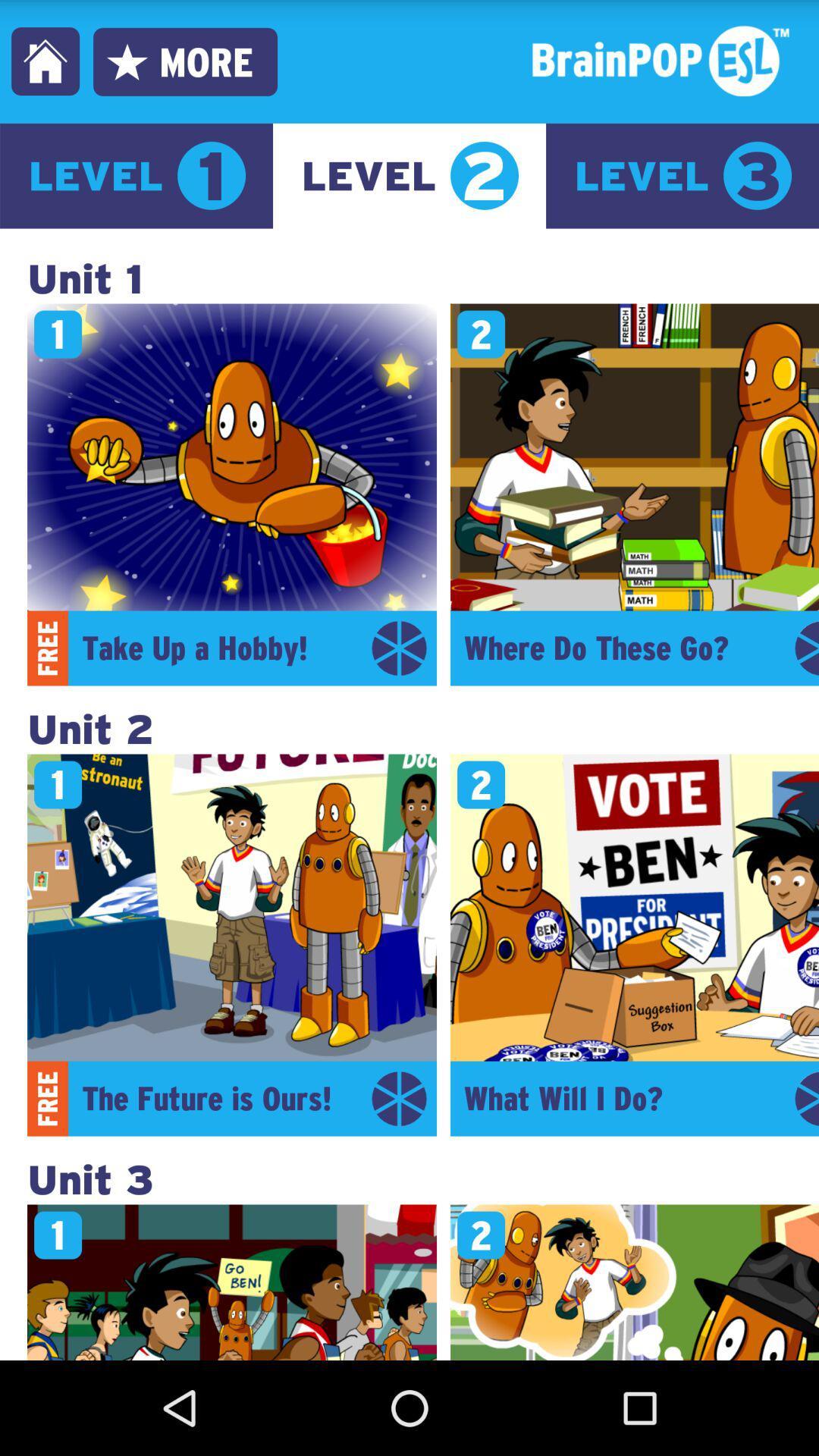  Describe the element at coordinates (231, 1282) in the screenshot. I see `the image below unit 3` at that location.